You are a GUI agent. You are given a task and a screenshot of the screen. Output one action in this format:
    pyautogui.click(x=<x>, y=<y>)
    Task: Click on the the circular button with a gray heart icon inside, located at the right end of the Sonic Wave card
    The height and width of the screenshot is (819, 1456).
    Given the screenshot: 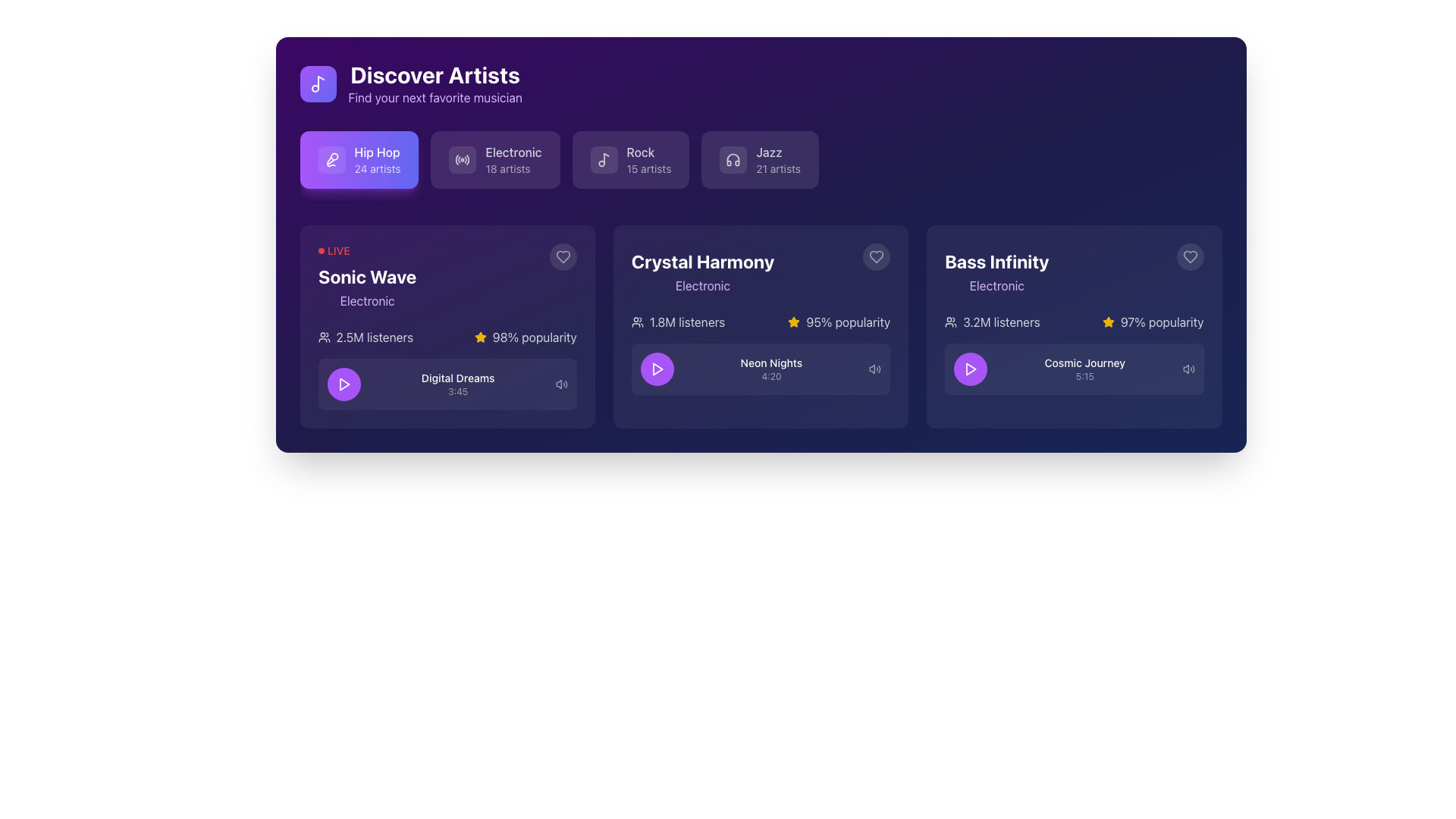 What is the action you would take?
    pyautogui.click(x=562, y=256)
    